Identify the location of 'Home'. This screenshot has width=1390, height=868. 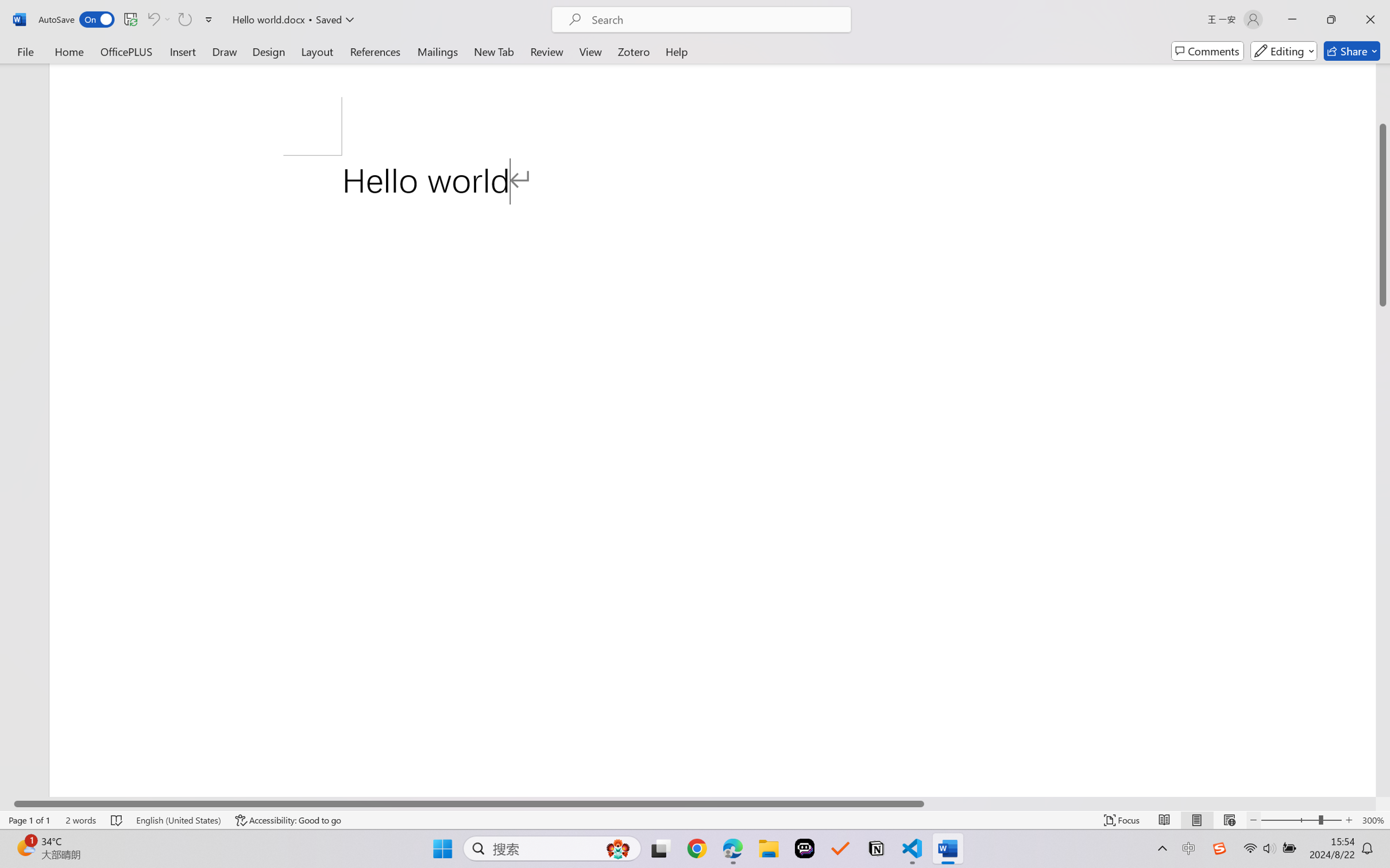
(69, 51).